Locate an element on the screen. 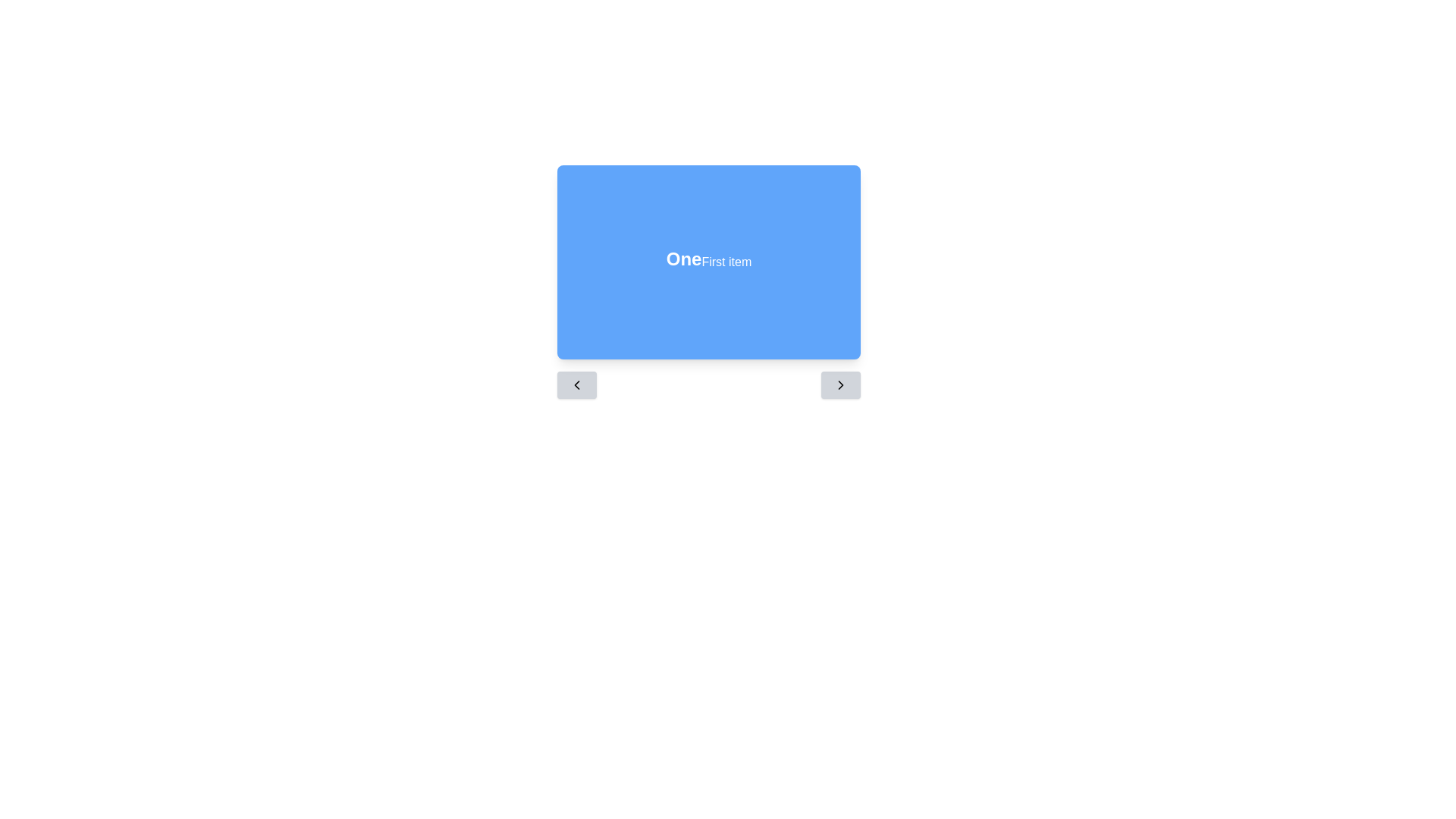  the rectangular button with a gray background and rounded border that has a right chevron icon at its center is located at coordinates (839, 384).